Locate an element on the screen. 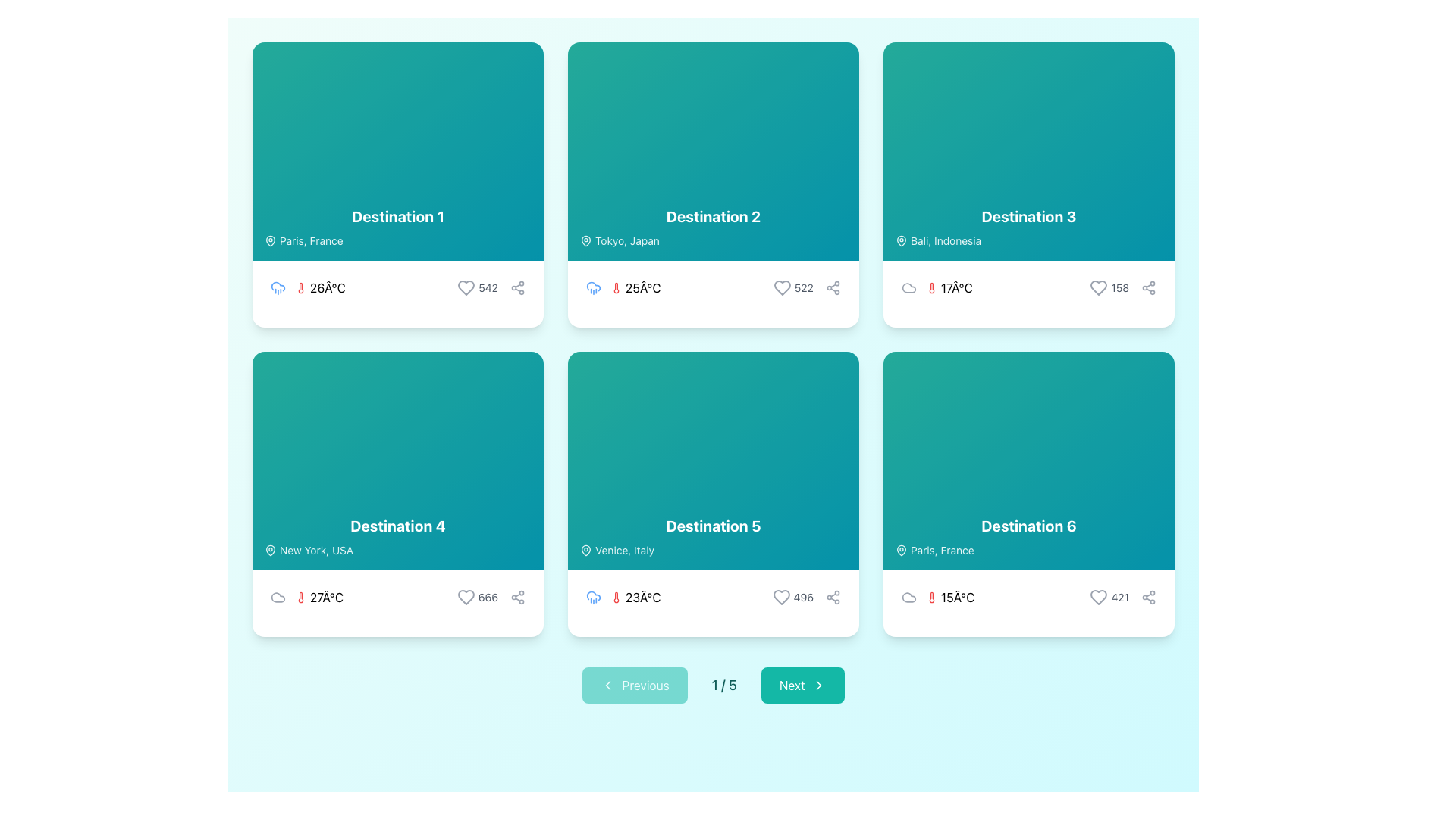  the small circular share/network icon in the footer section of the card labeled 'Destination 6' is located at coordinates (1149, 596).